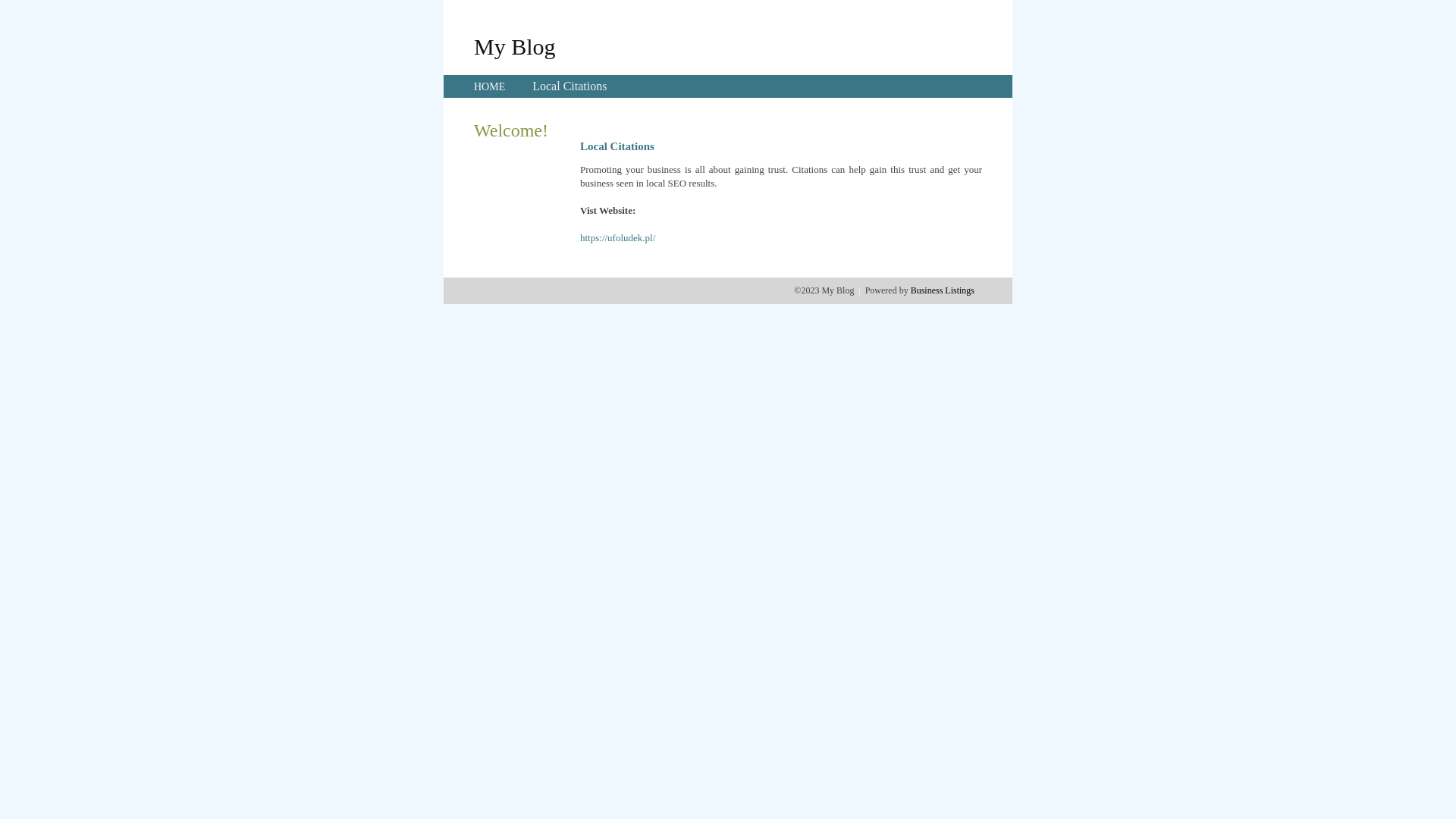 The height and width of the screenshot is (819, 1456). I want to click on 'My Blog', so click(514, 45).